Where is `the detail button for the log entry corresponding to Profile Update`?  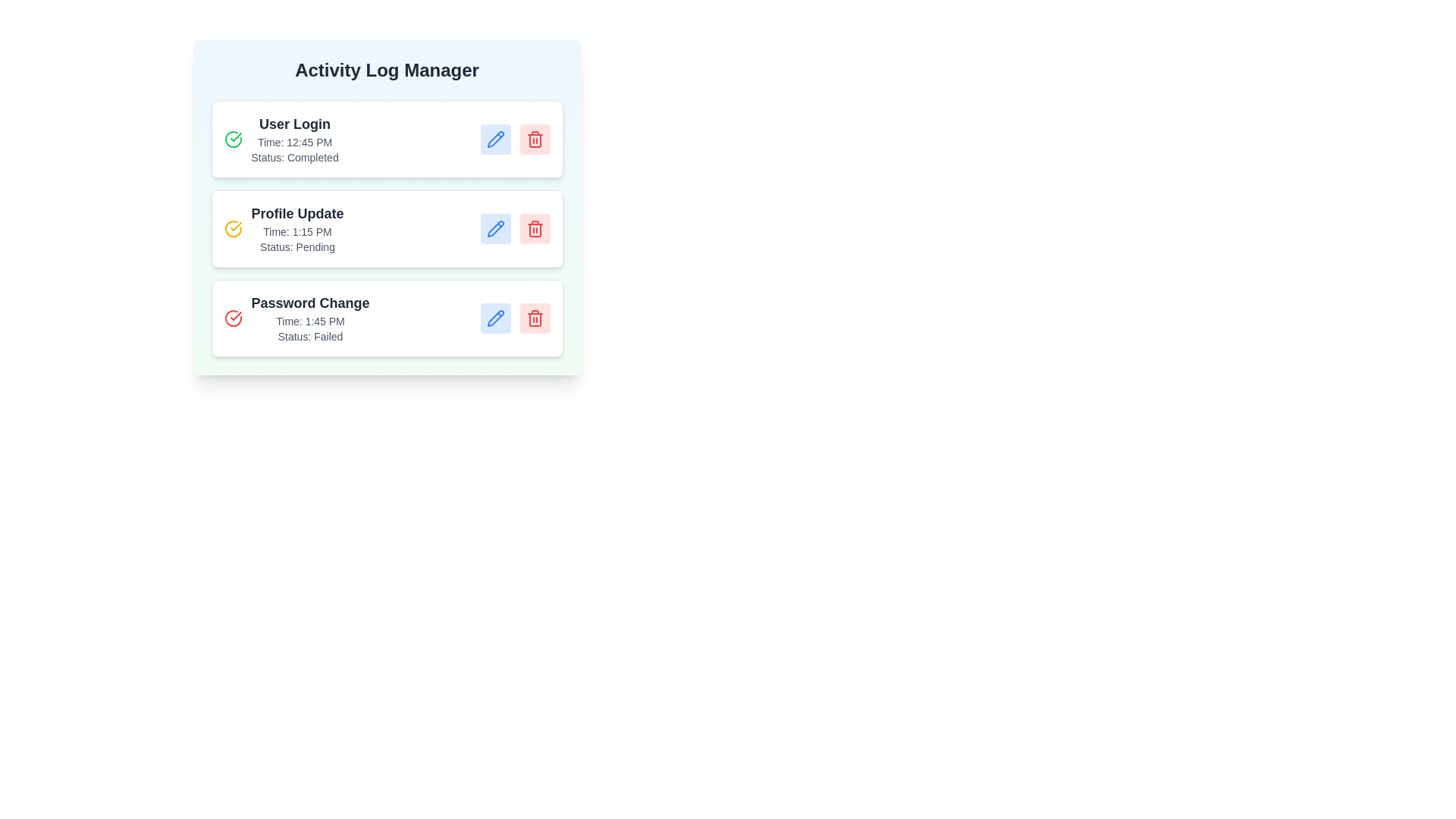 the detail button for the log entry corresponding to Profile Update is located at coordinates (495, 228).